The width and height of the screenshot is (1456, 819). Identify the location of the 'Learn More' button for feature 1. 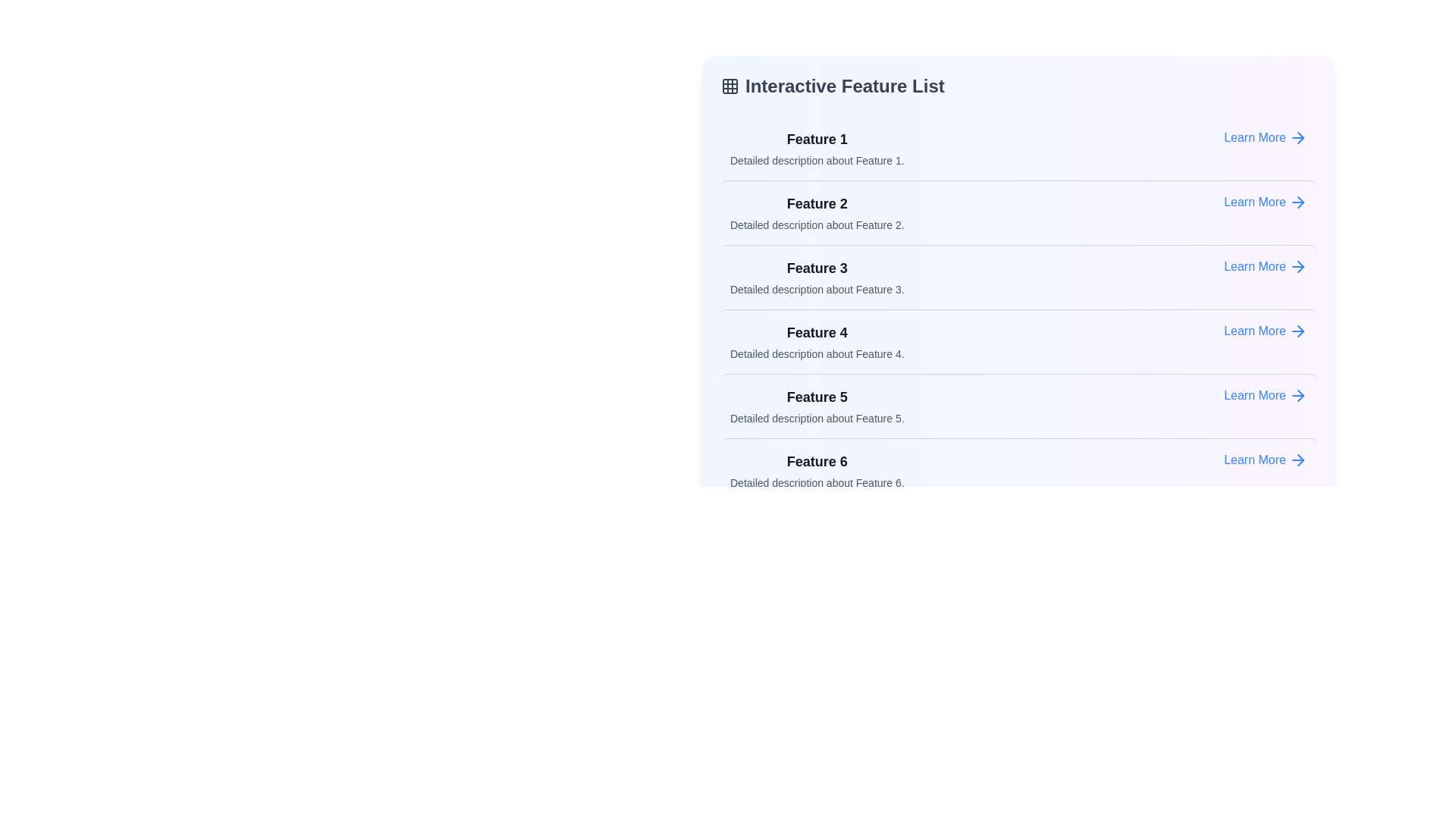
(1266, 137).